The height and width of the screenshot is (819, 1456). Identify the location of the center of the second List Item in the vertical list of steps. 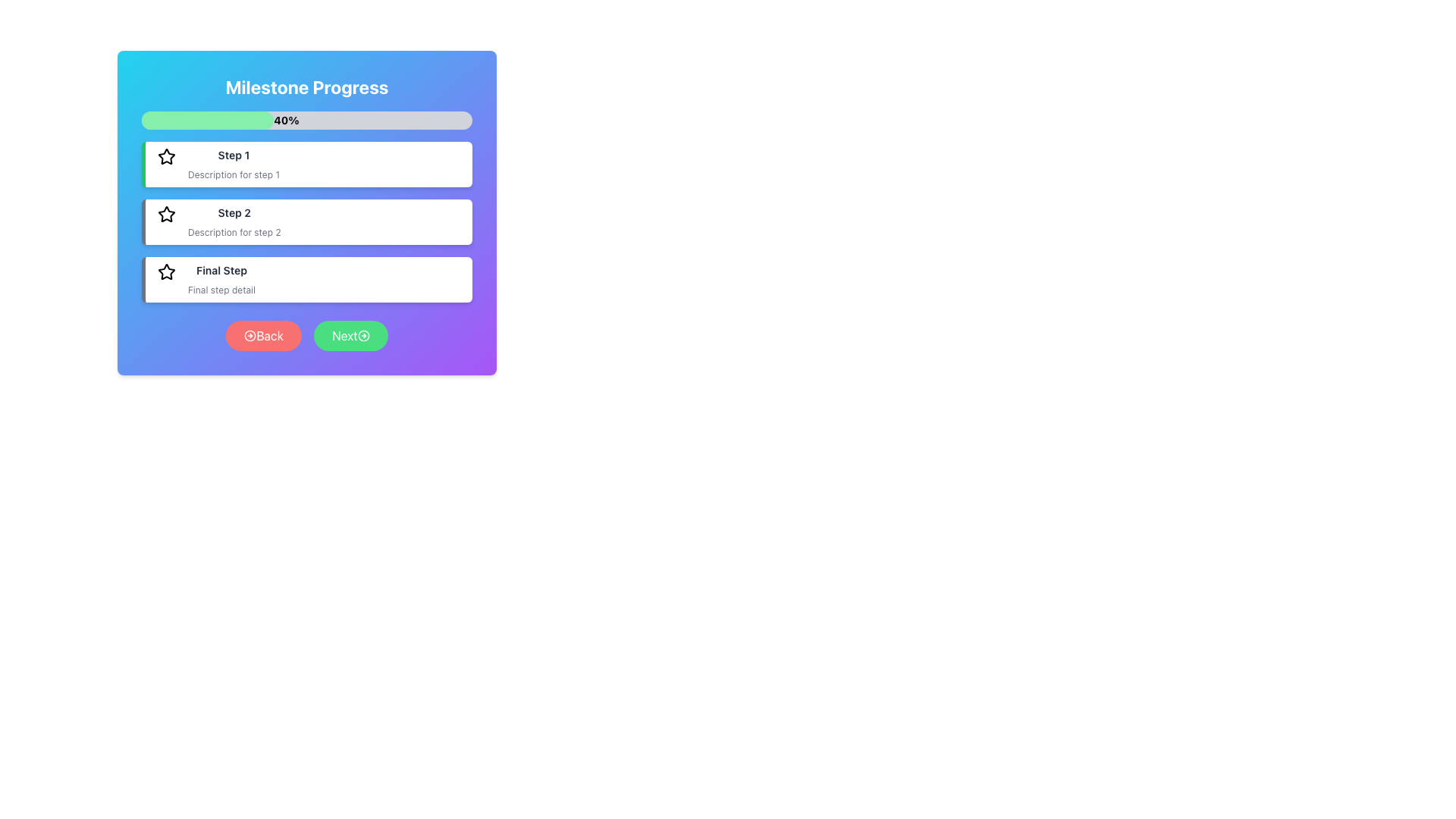
(306, 222).